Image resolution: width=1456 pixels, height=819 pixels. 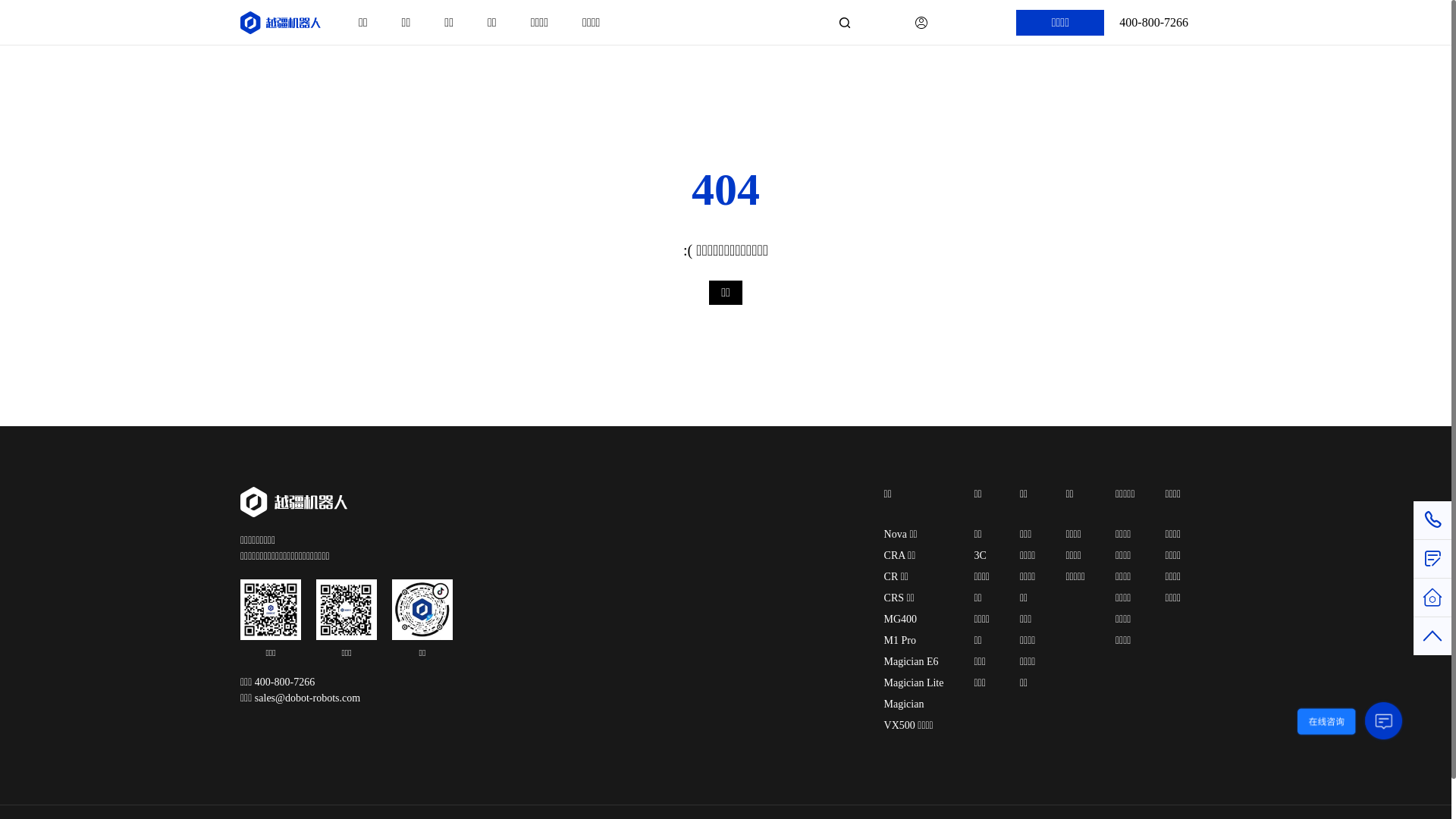 I want to click on '3C', so click(x=979, y=555).